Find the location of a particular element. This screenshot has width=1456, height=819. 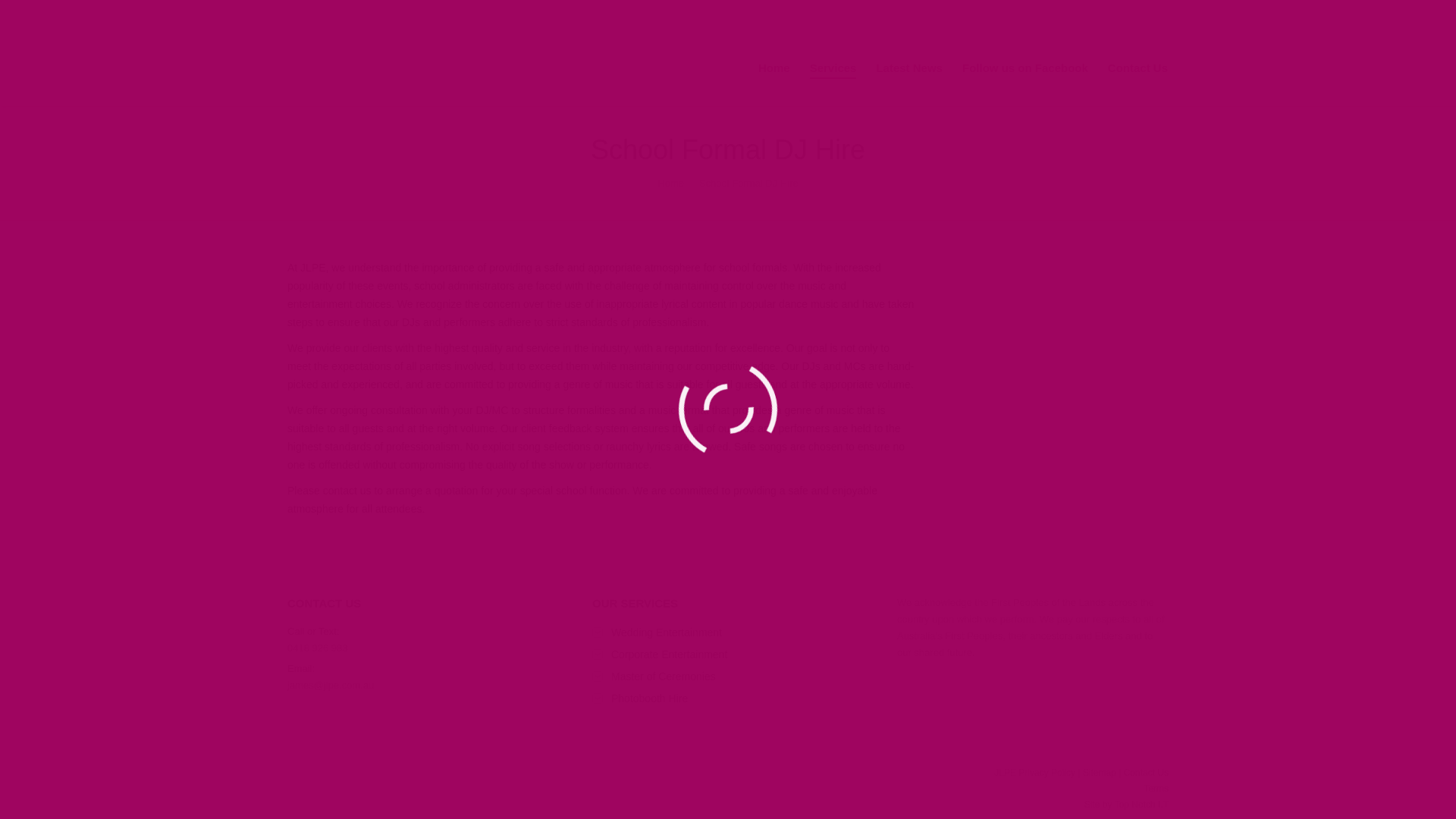

'Master of Ceremonies' is located at coordinates (654, 675).